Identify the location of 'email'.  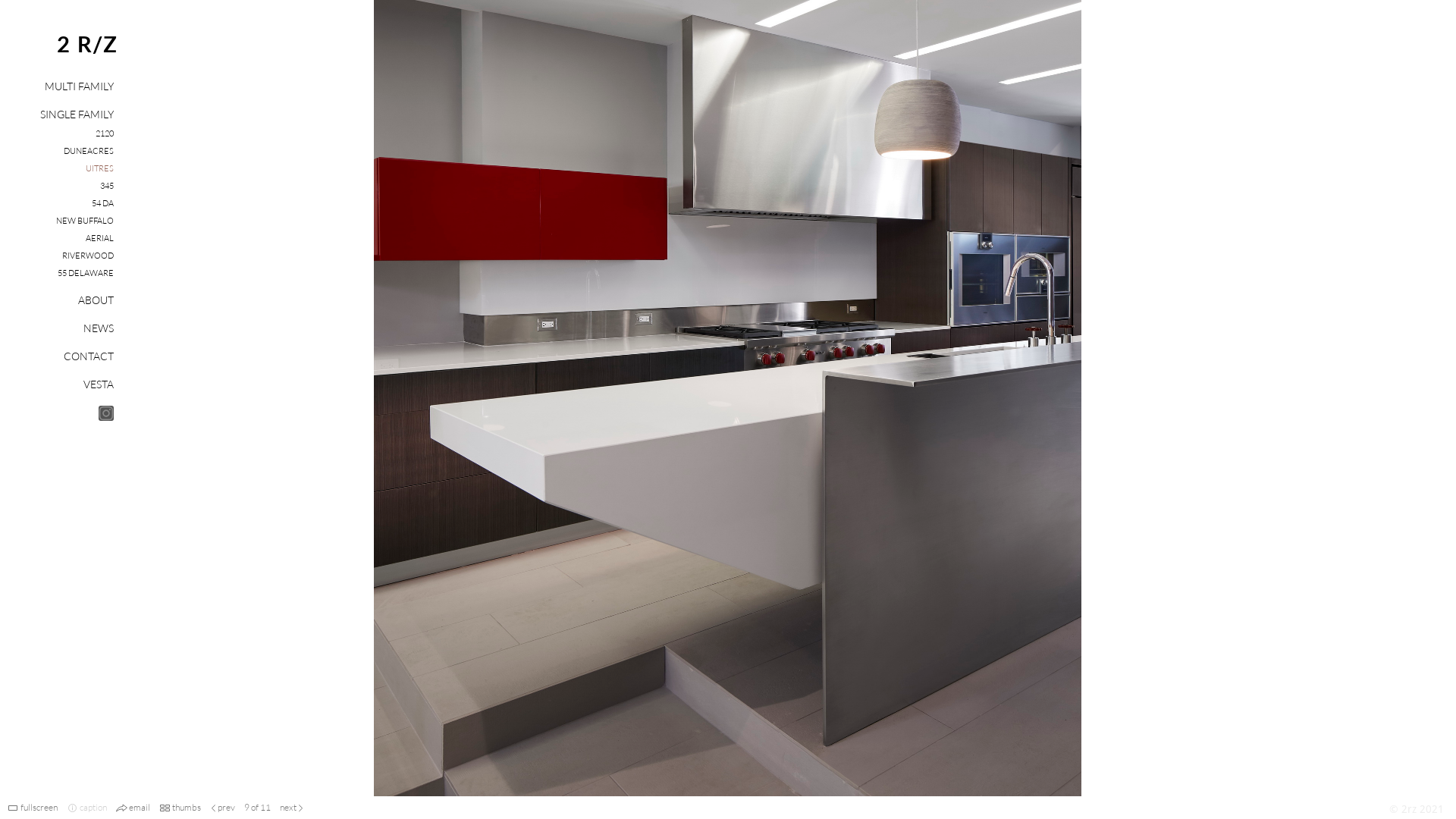
(139, 805).